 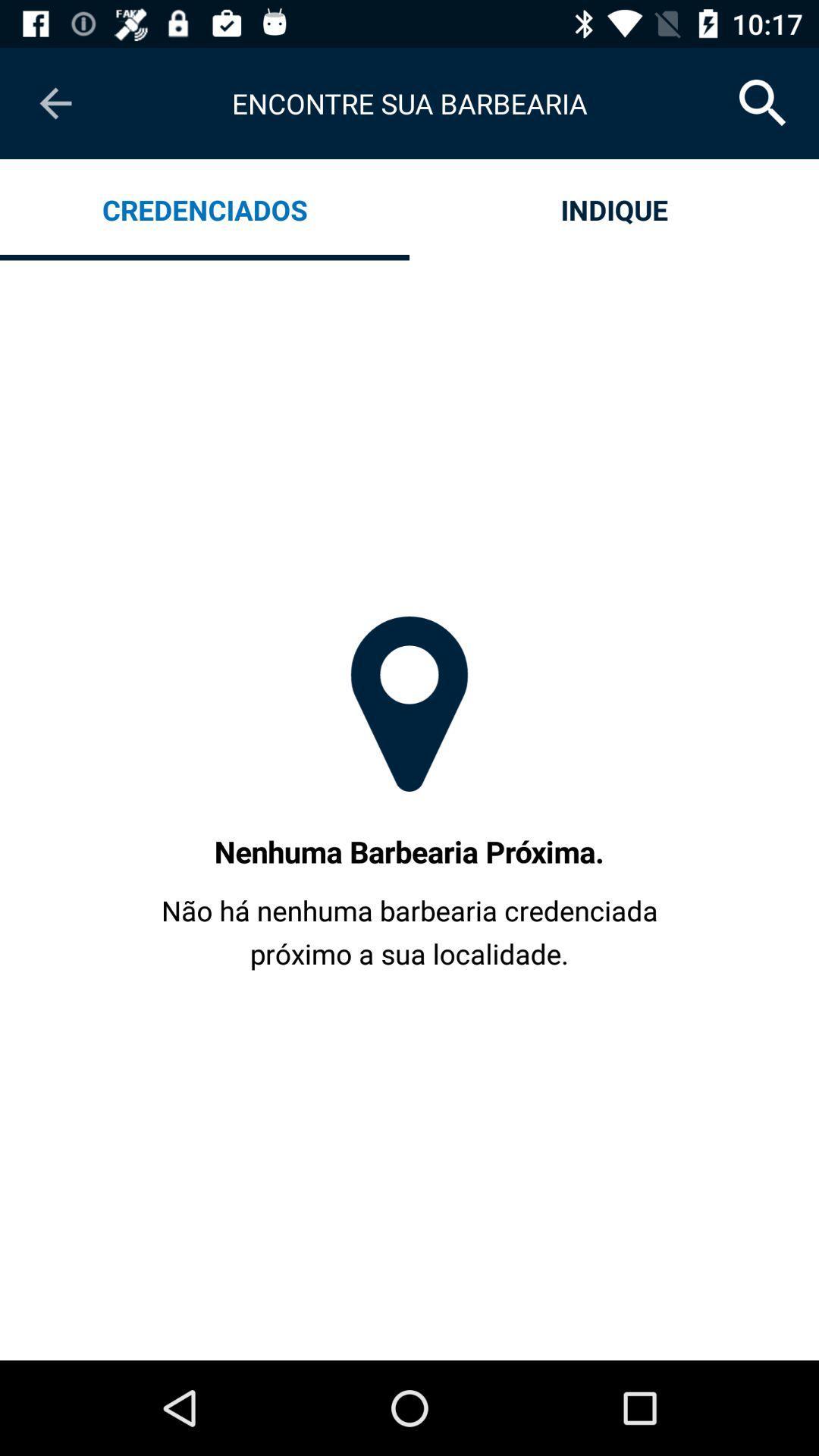 What do you see at coordinates (614, 209) in the screenshot?
I see `icon to the right of the credenciados` at bounding box center [614, 209].